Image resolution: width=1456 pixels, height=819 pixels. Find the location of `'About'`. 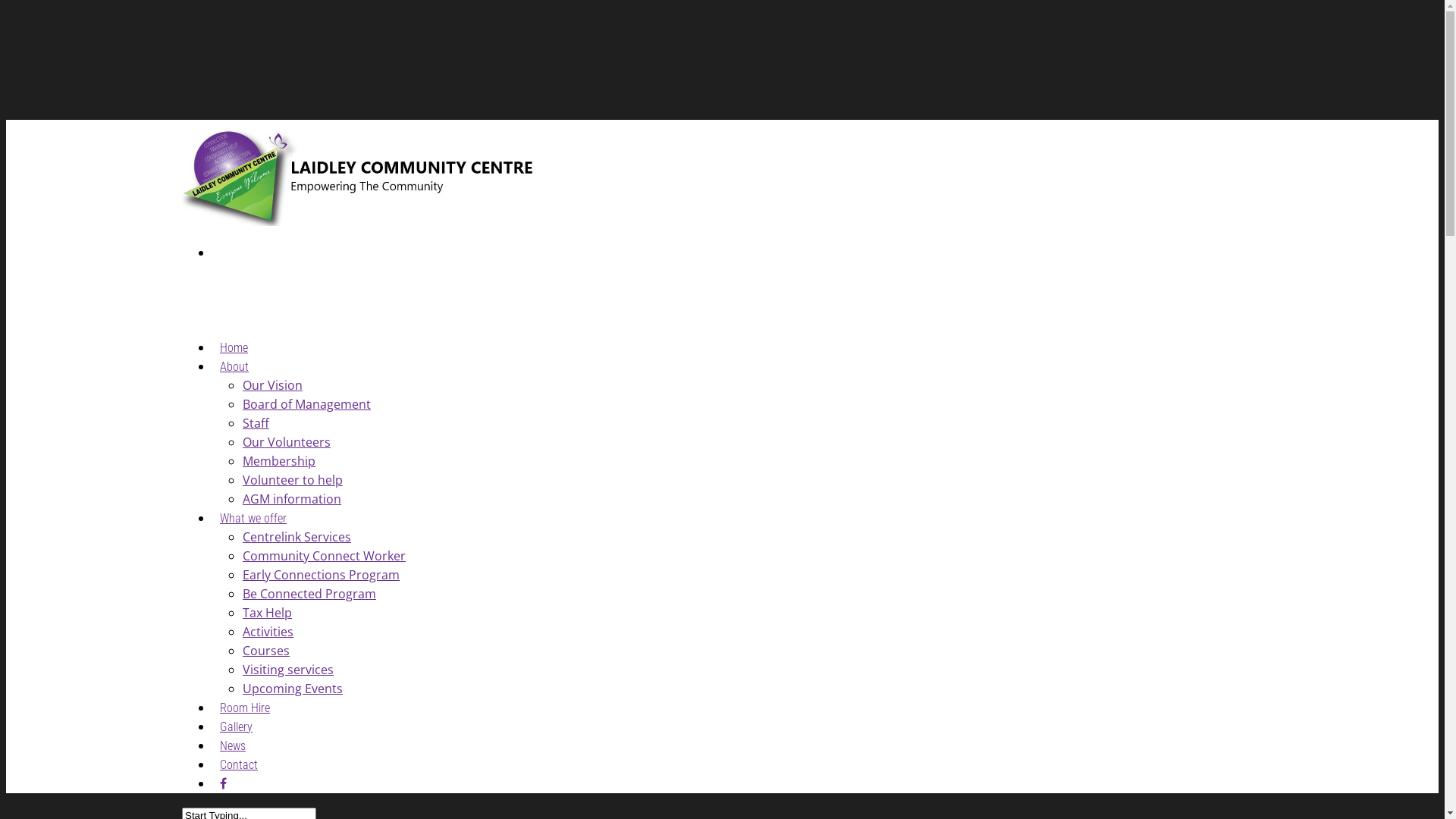

'About' is located at coordinates (233, 370).